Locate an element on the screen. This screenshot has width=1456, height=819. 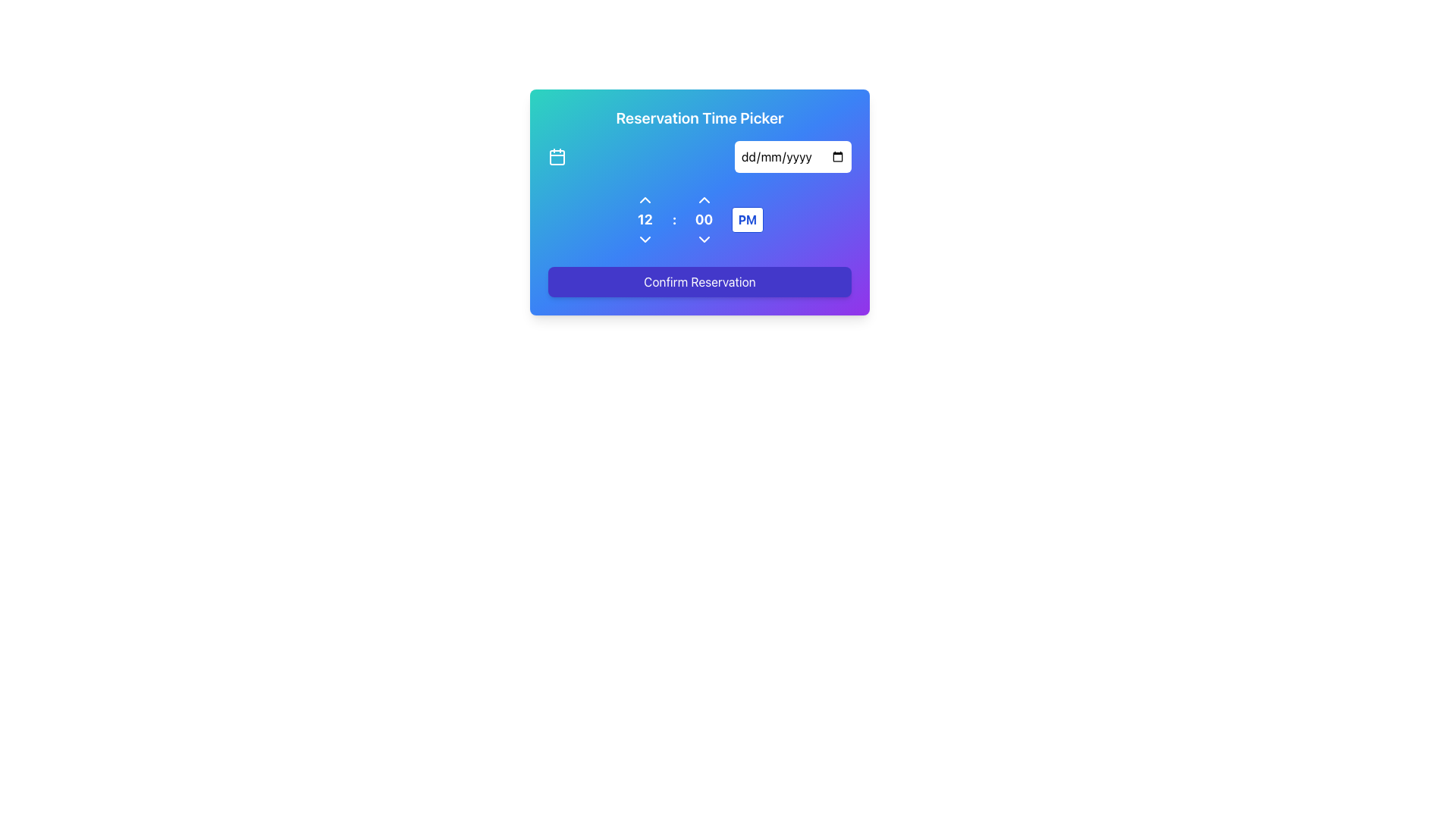
the 'PM' button, which is a rectangular button with a white background and blue border is located at coordinates (747, 219).